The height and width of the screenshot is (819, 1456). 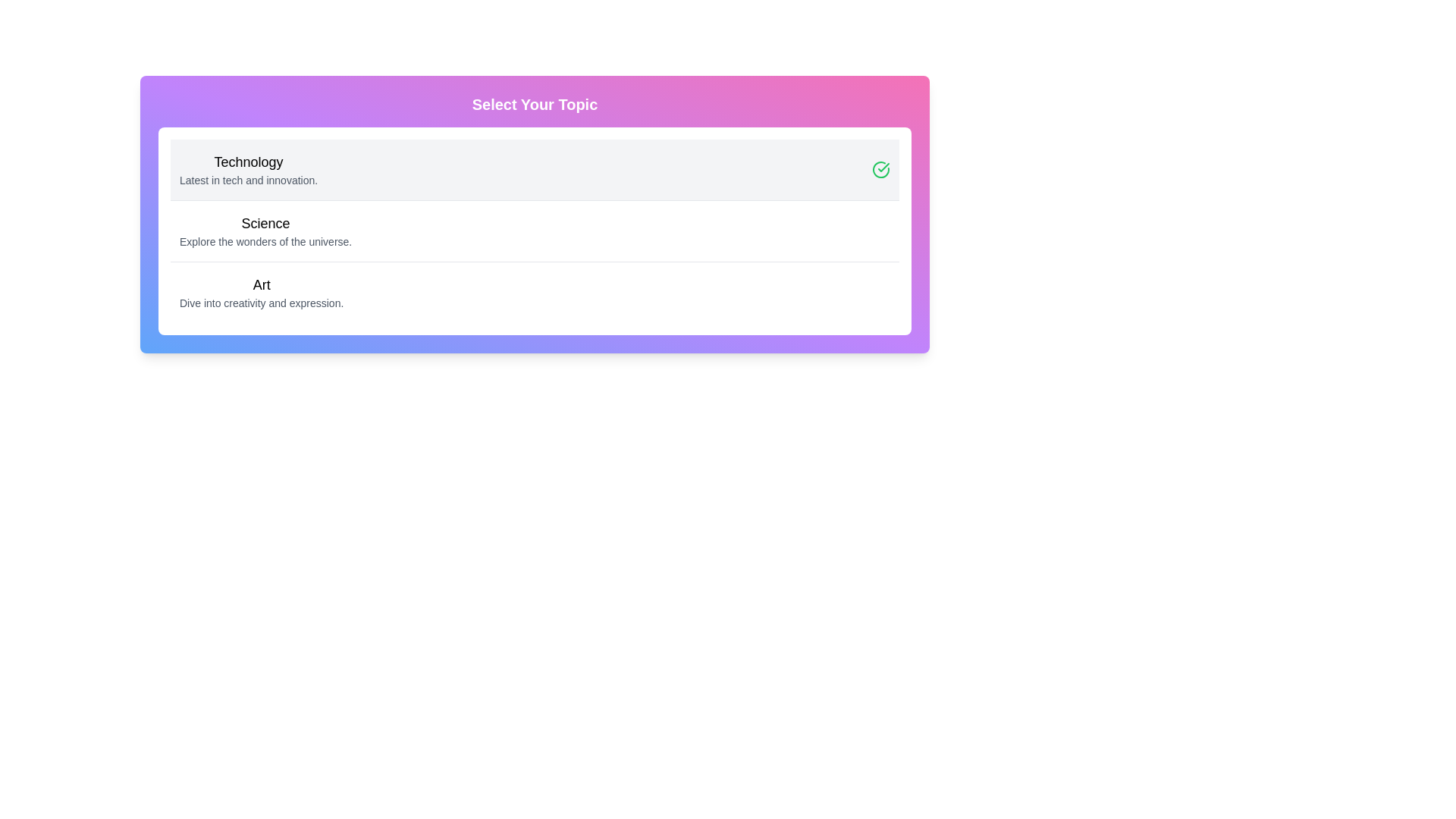 I want to click on the 'Science' topic selection option, which is the second item in the list of topics, so click(x=265, y=231).